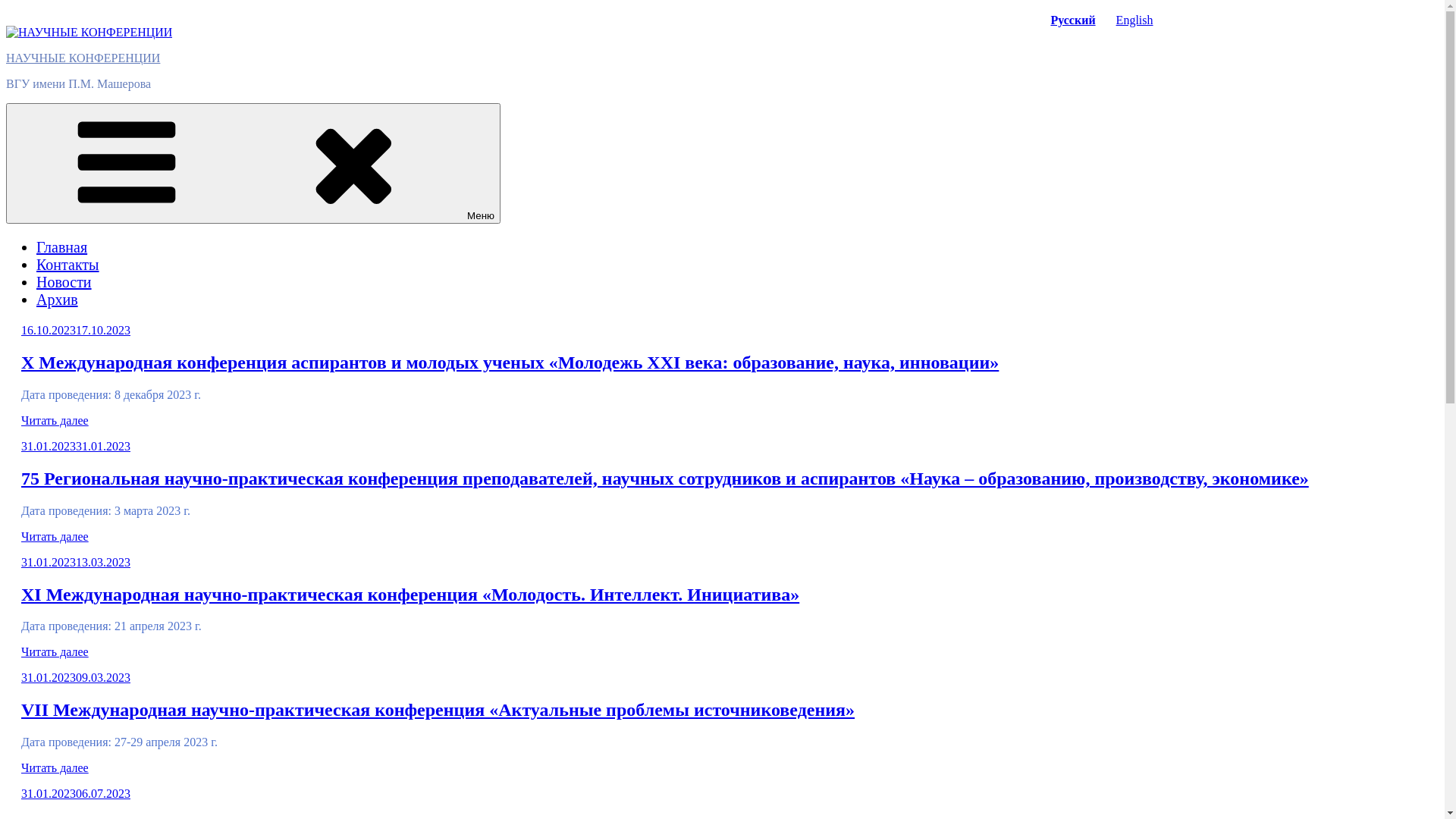  What do you see at coordinates (75, 445) in the screenshot?
I see `'31.01.202331.01.2023'` at bounding box center [75, 445].